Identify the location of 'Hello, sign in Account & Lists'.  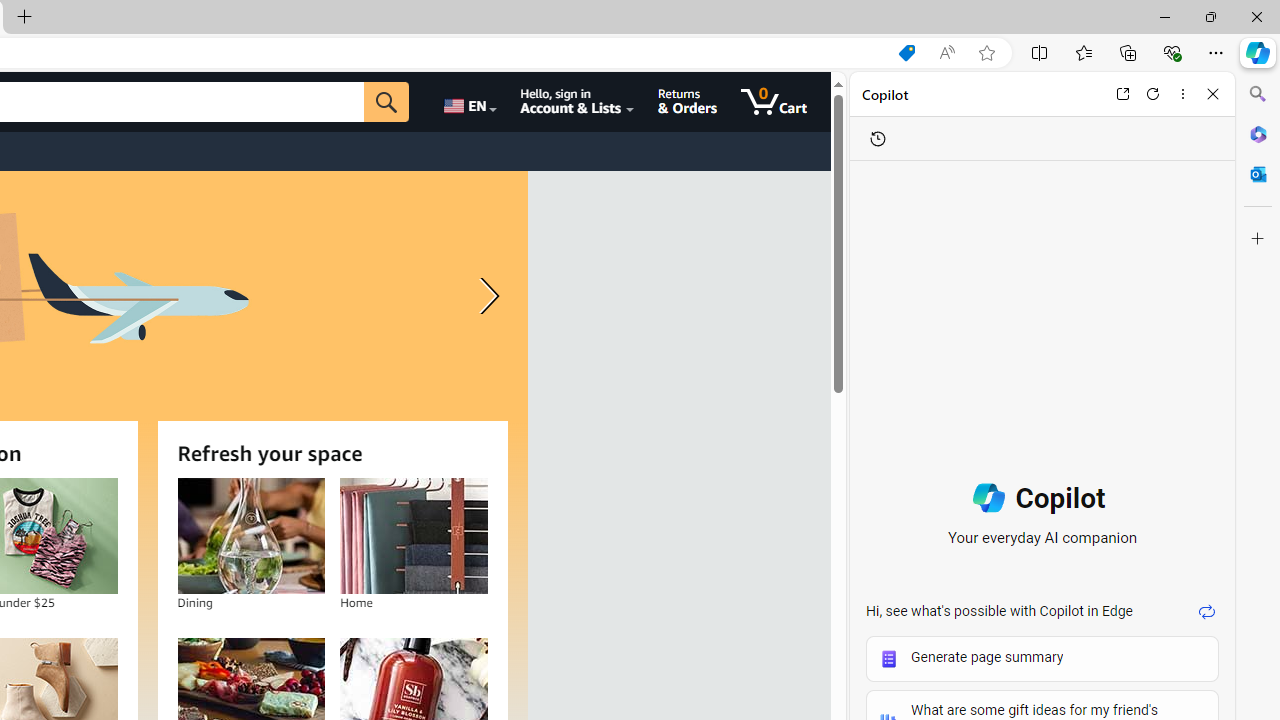
(576, 101).